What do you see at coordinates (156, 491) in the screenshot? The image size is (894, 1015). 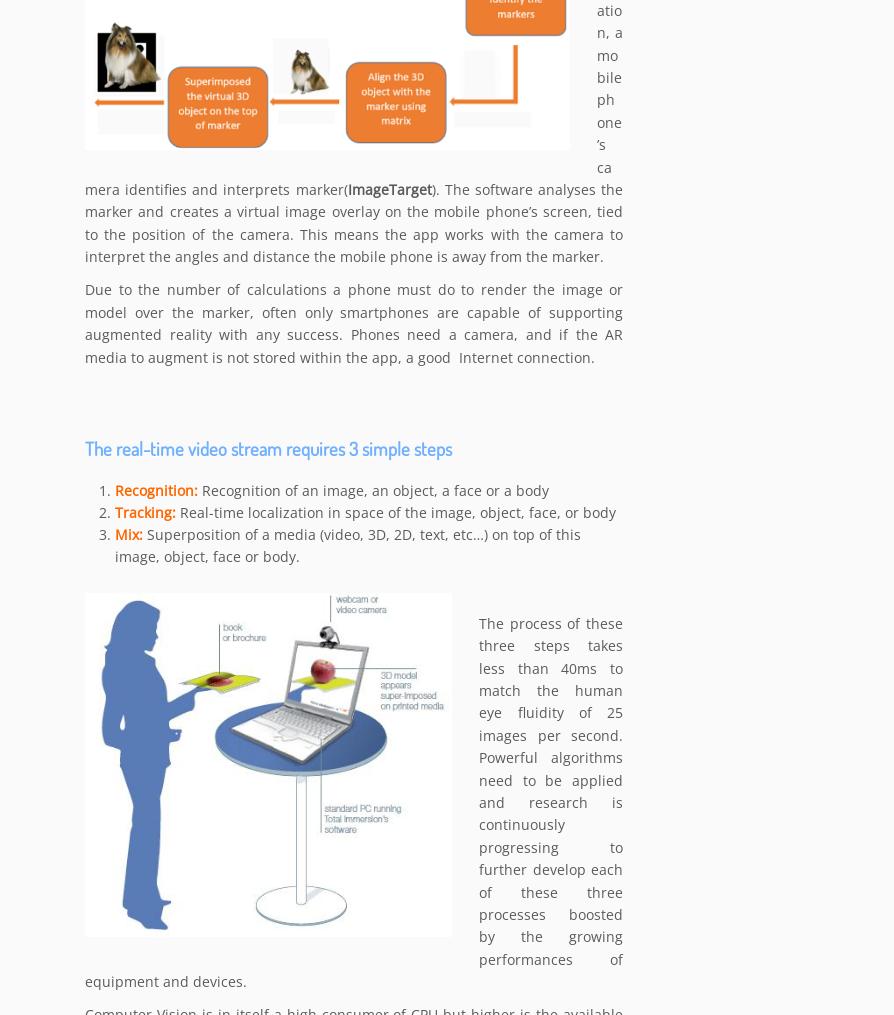 I see `'Recognition:'` at bounding box center [156, 491].